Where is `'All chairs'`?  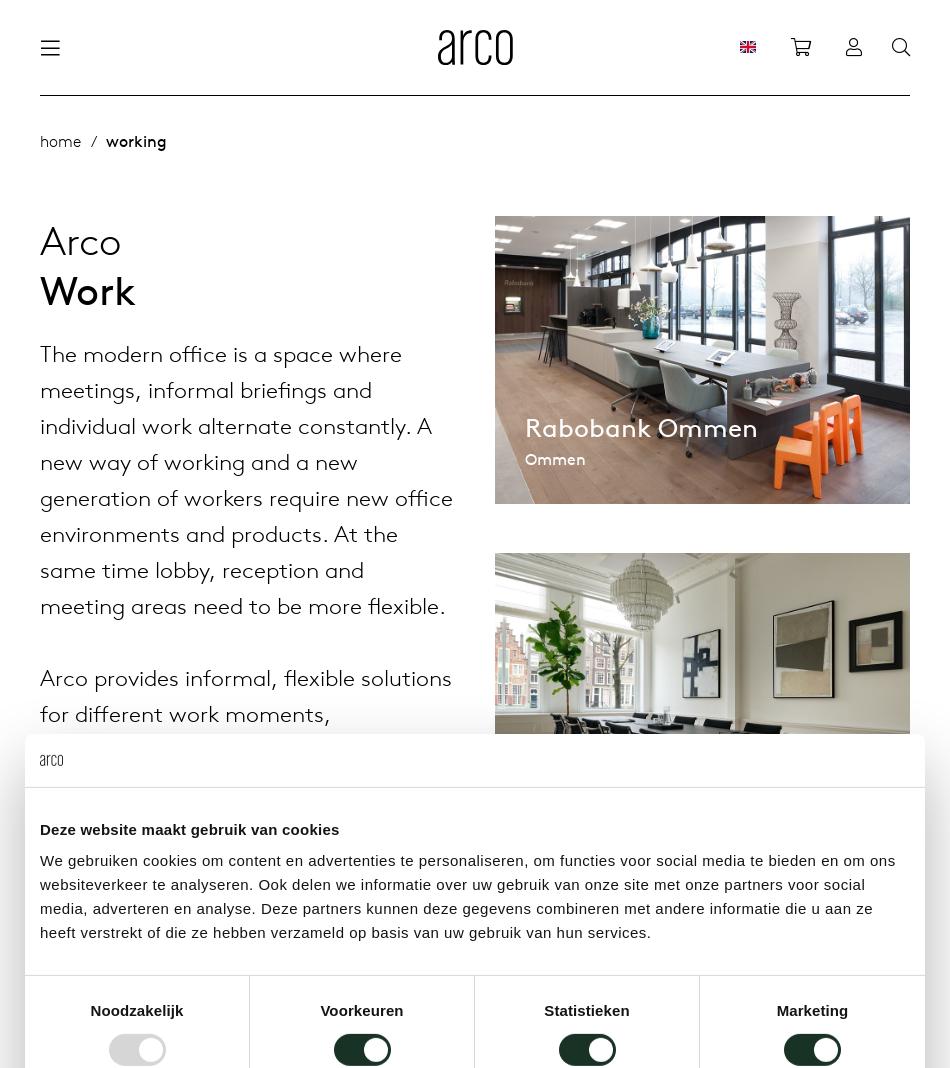
'All chairs' is located at coordinates (335, 142).